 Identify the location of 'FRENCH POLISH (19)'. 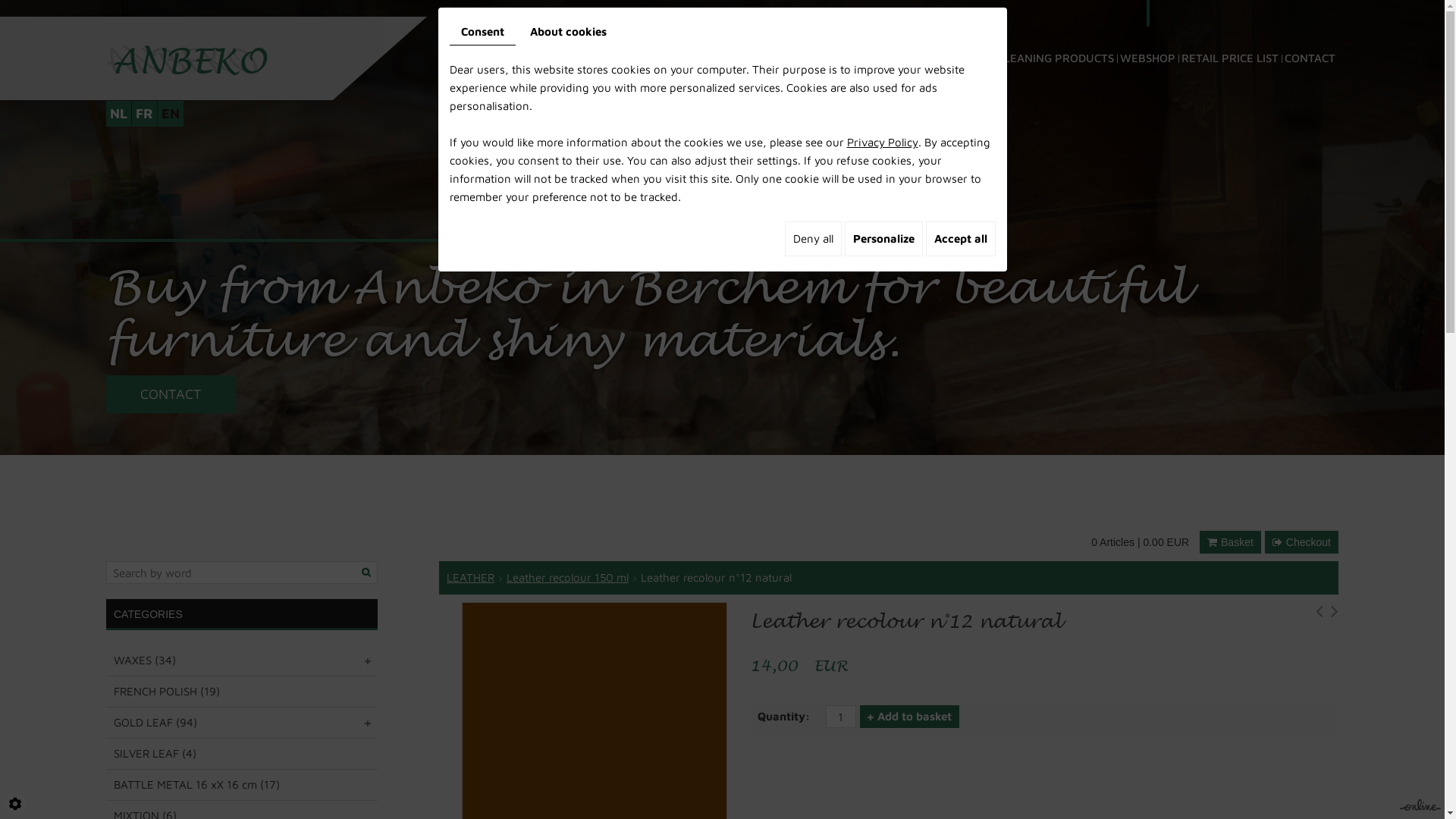
(240, 691).